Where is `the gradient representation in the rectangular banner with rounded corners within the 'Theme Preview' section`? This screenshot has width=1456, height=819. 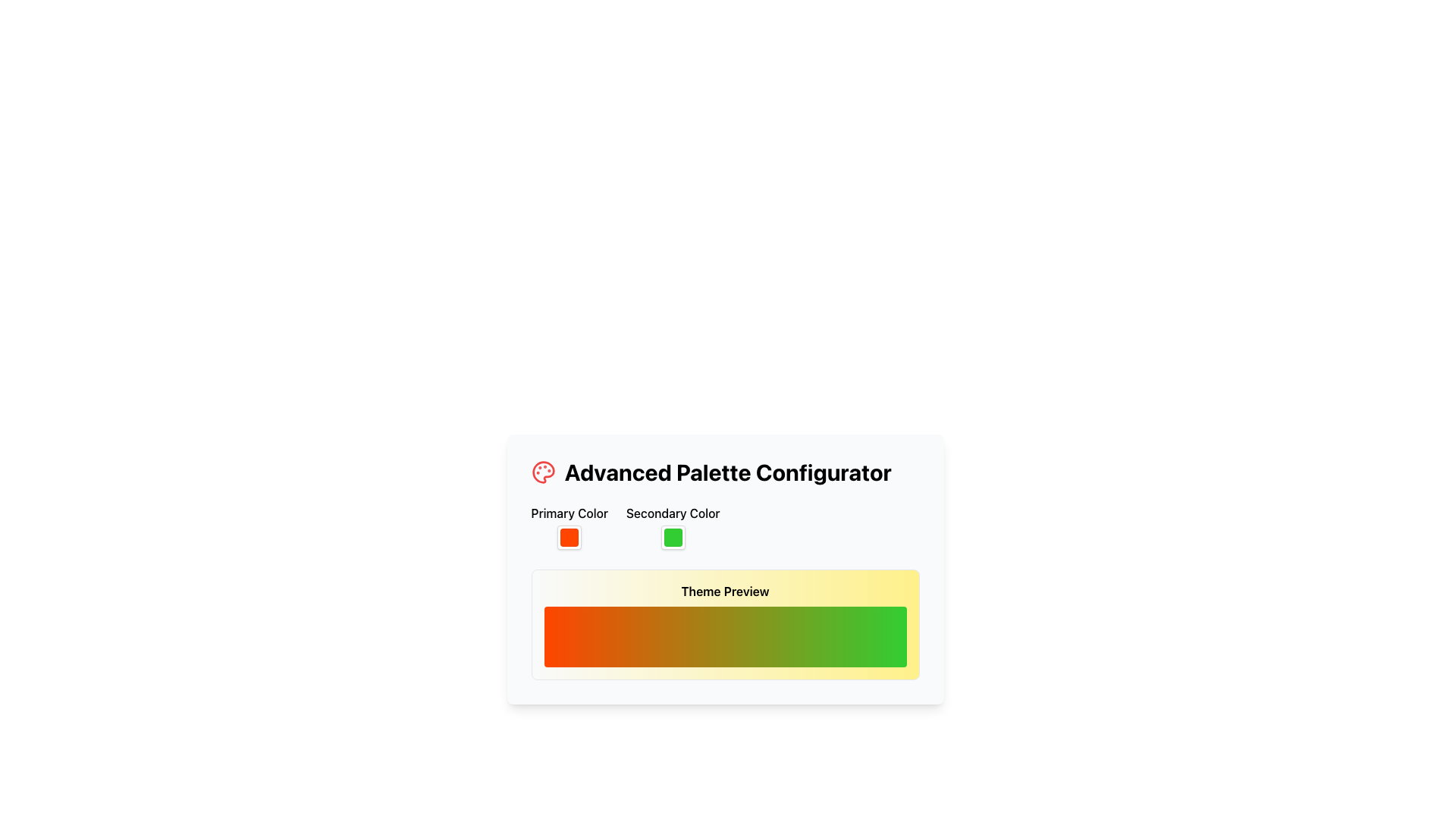 the gradient representation in the rectangular banner with rounded corners within the 'Theme Preview' section is located at coordinates (724, 637).